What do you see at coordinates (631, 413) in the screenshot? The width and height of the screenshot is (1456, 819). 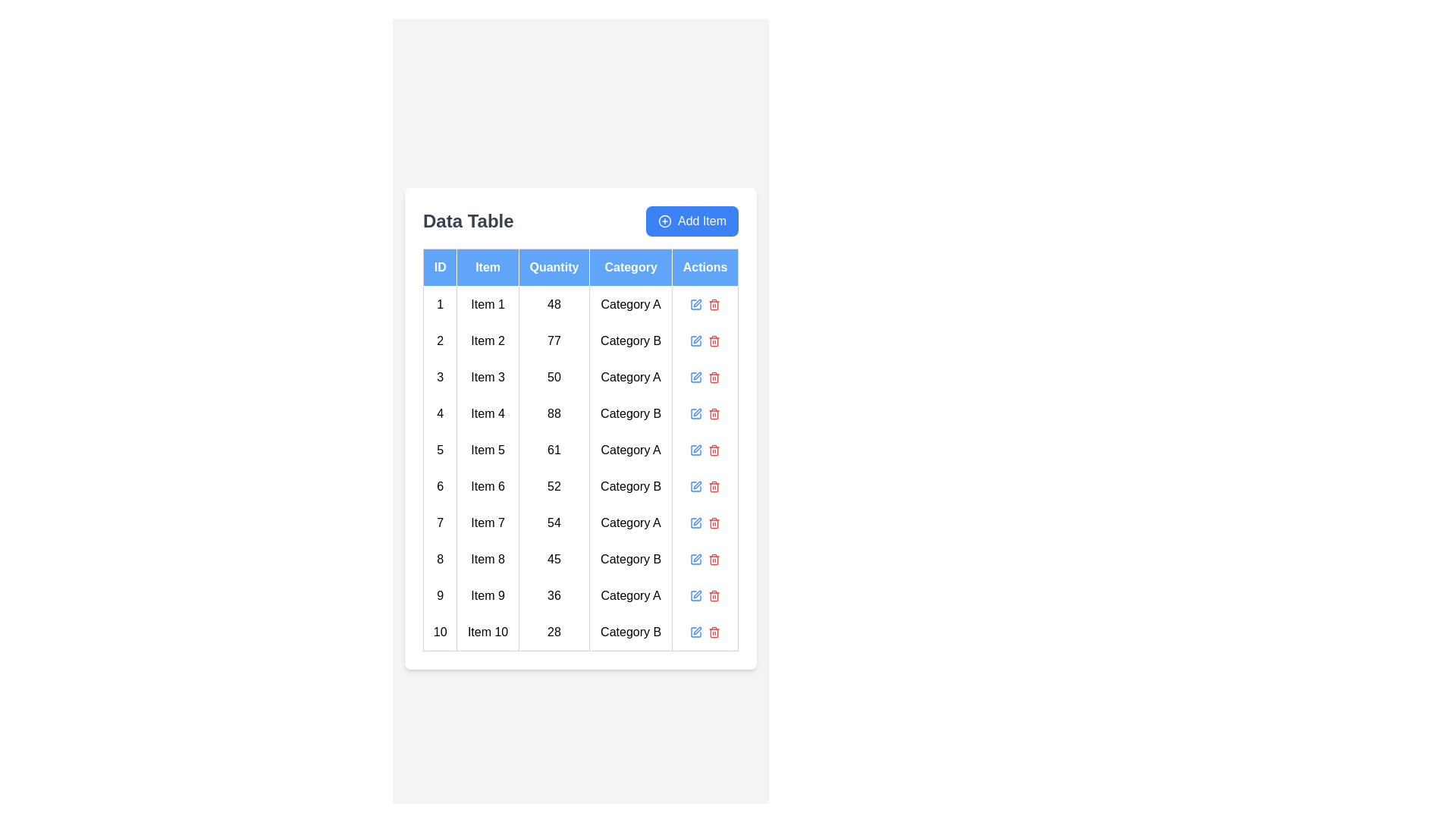 I see `the text label displaying 'Category B' in the fourth cell of the 'Category' column in the table` at bounding box center [631, 413].